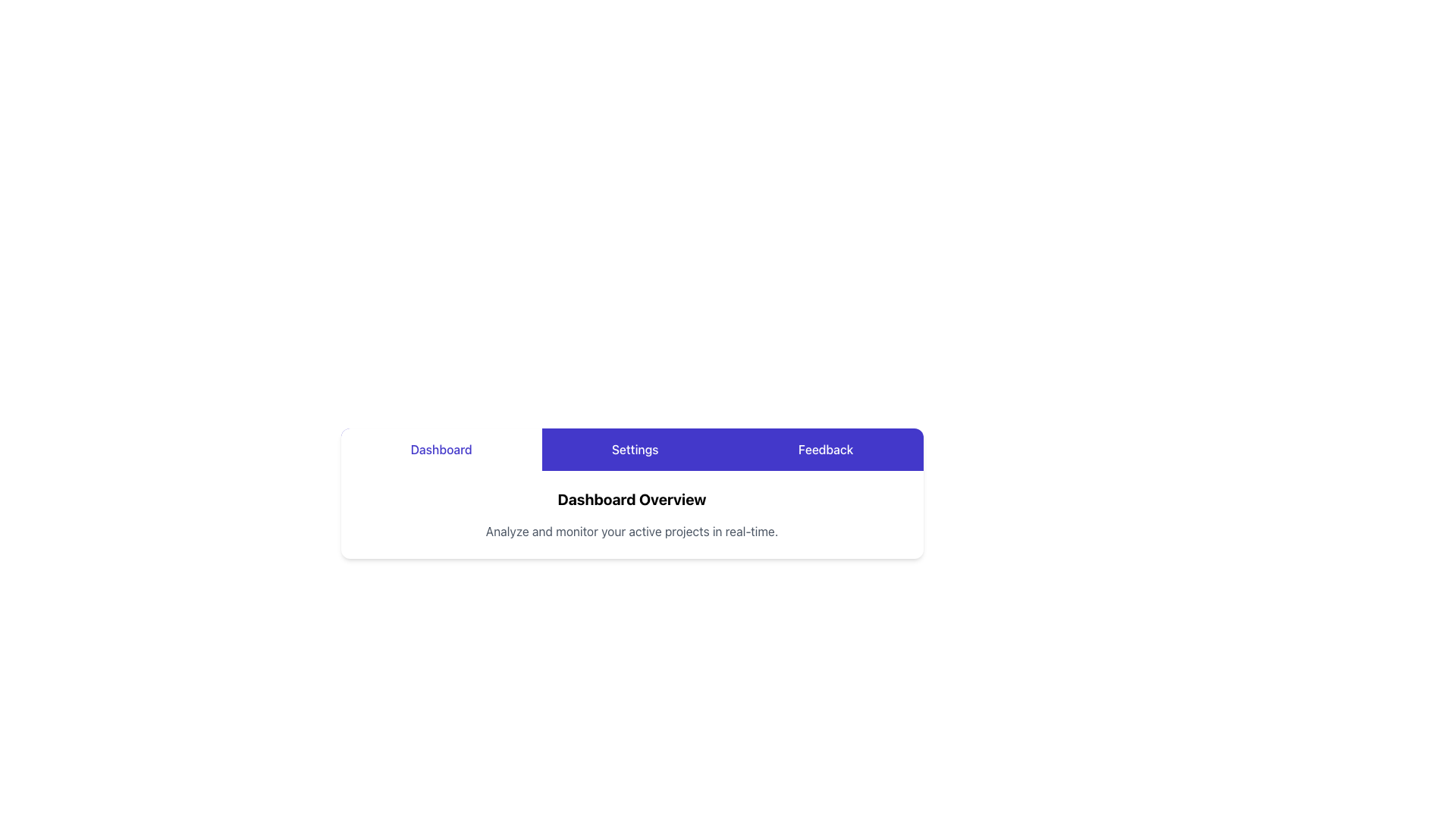 The width and height of the screenshot is (1456, 819). What do you see at coordinates (632, 449) in the screenshot?
I see `the 'Settings' tab in the navigation bar, which has a purple-blue background and white text` at bounding box center [632, 449].